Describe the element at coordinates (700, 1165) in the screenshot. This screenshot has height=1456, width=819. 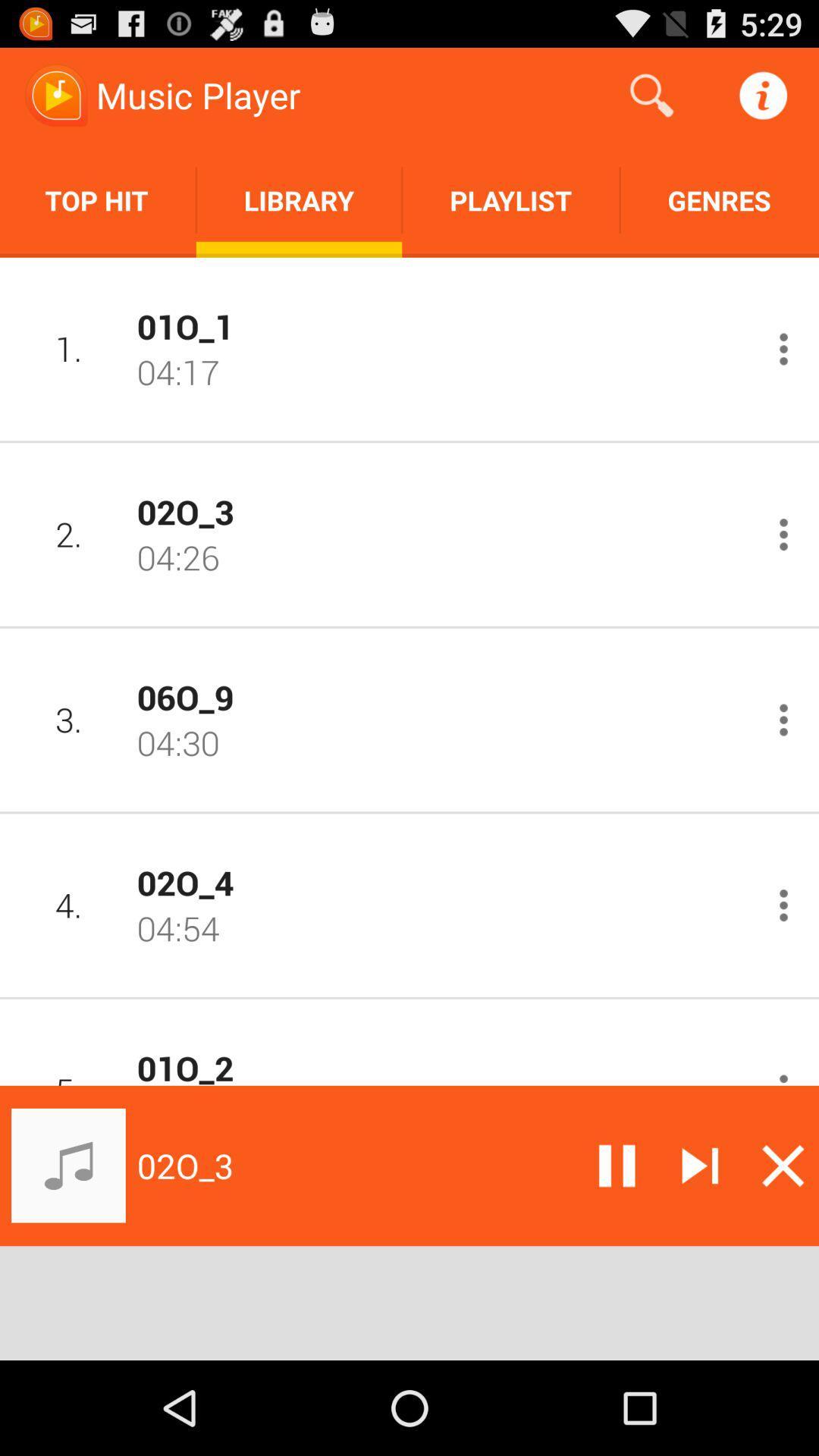
I see `next item` at that location.